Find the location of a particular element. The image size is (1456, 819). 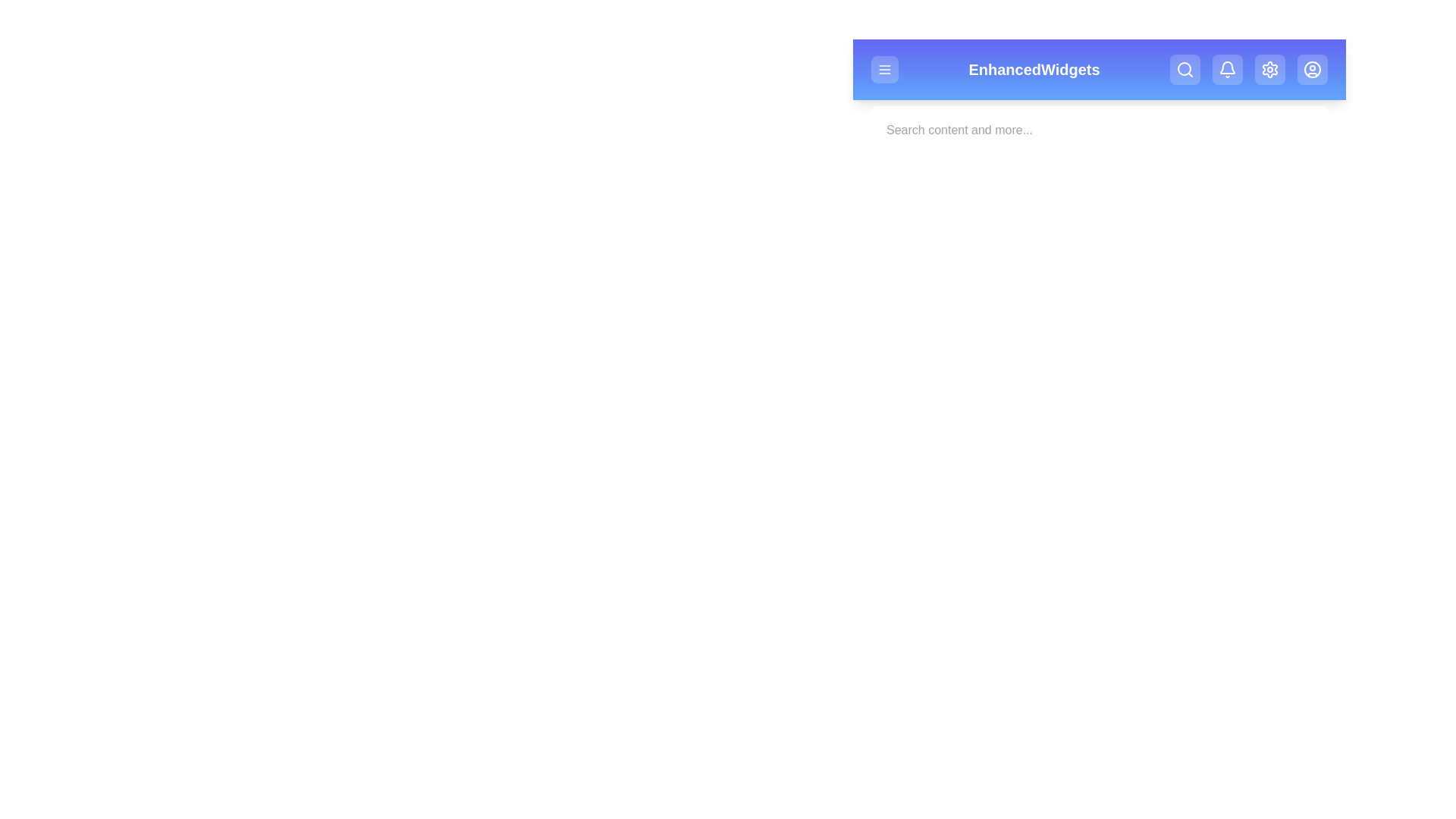

the Settings button is located at coordinates (1270, 70).